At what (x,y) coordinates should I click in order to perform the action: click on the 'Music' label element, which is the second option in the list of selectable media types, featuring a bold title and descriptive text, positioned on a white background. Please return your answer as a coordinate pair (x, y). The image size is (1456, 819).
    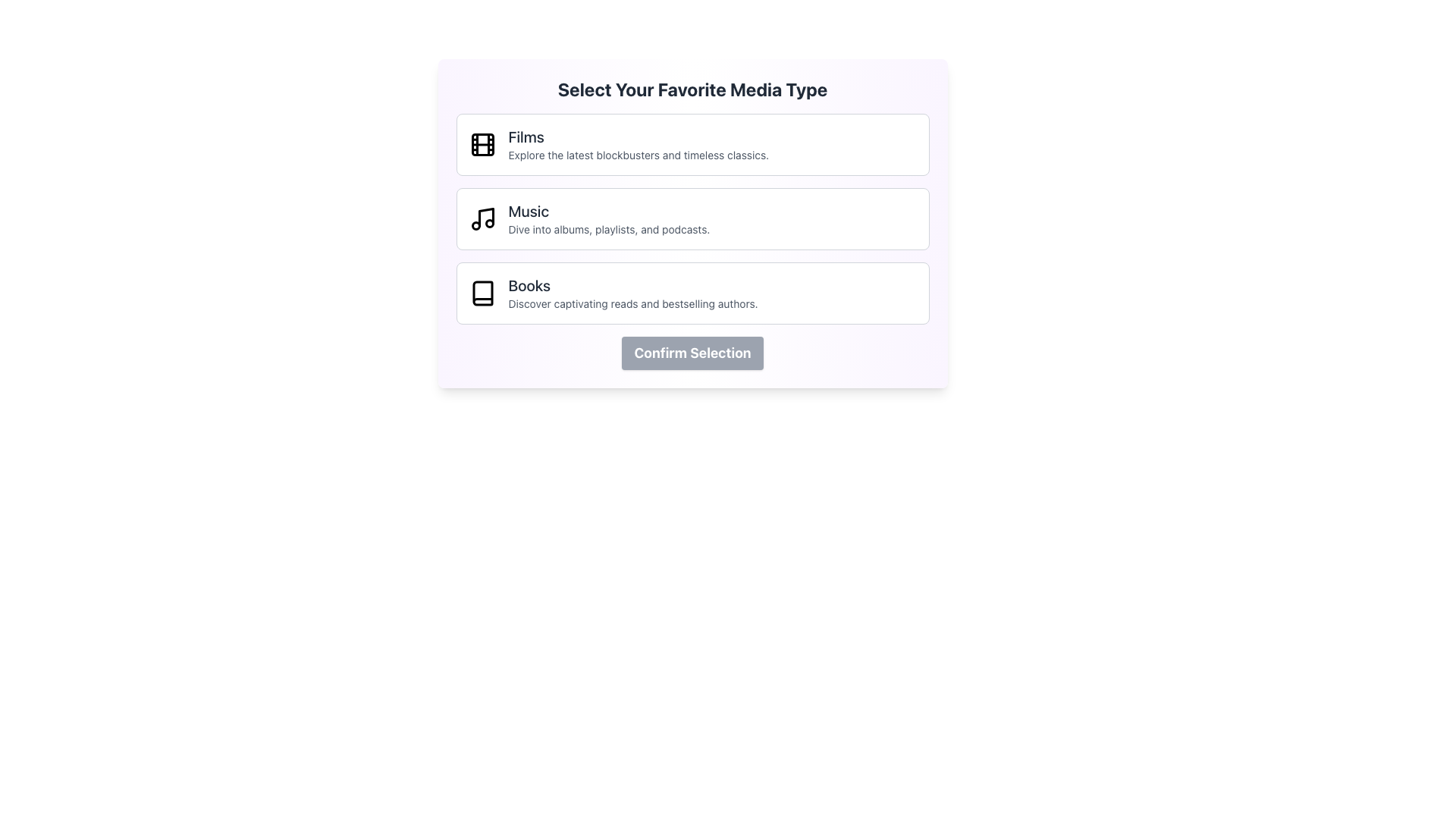
    Looking at the image, I should click on (609, 219).